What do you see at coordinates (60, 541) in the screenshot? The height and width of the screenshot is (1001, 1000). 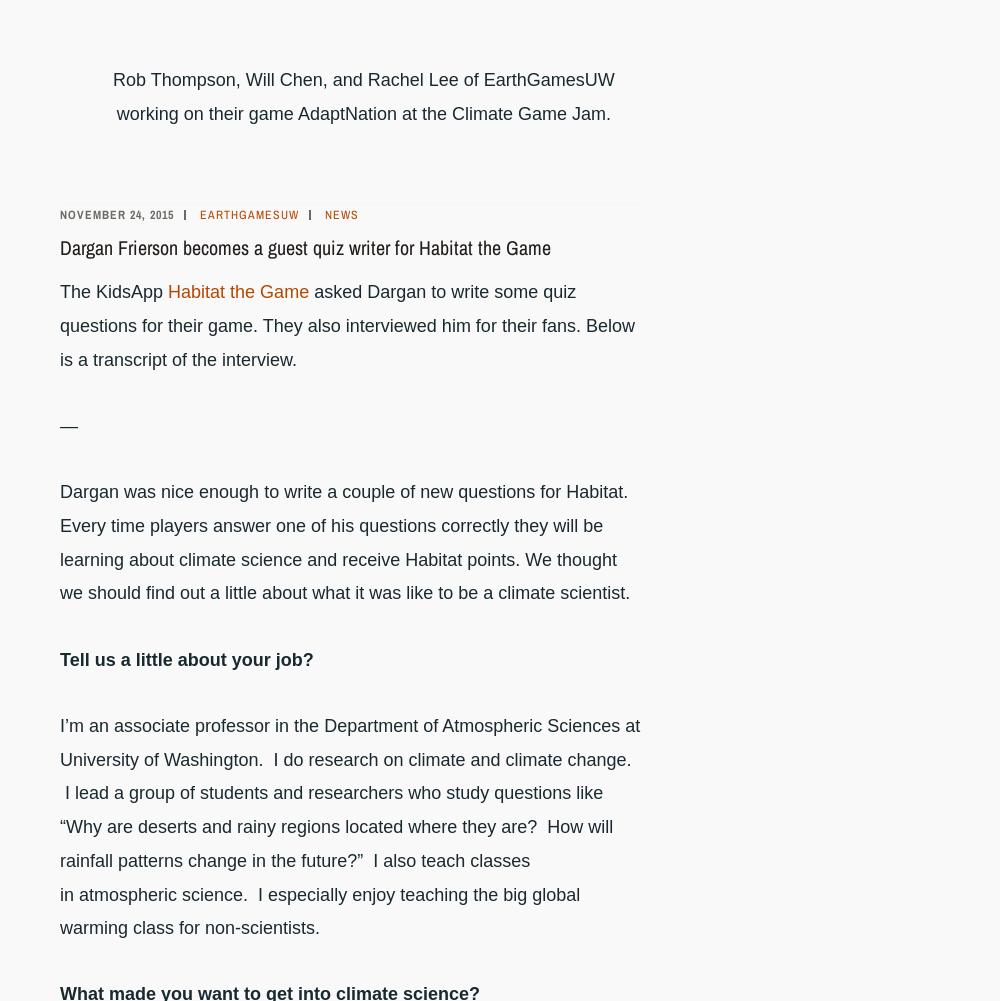 I see `'Dargan was nice enough to write a couple of new questions for Habitat. Every time players answer one of his questions correctly they will be learning about climate science and receive Habitat points. We thought we should find out a little about what it was like to be a climate scientist.'` at bounding box center [60, 541].